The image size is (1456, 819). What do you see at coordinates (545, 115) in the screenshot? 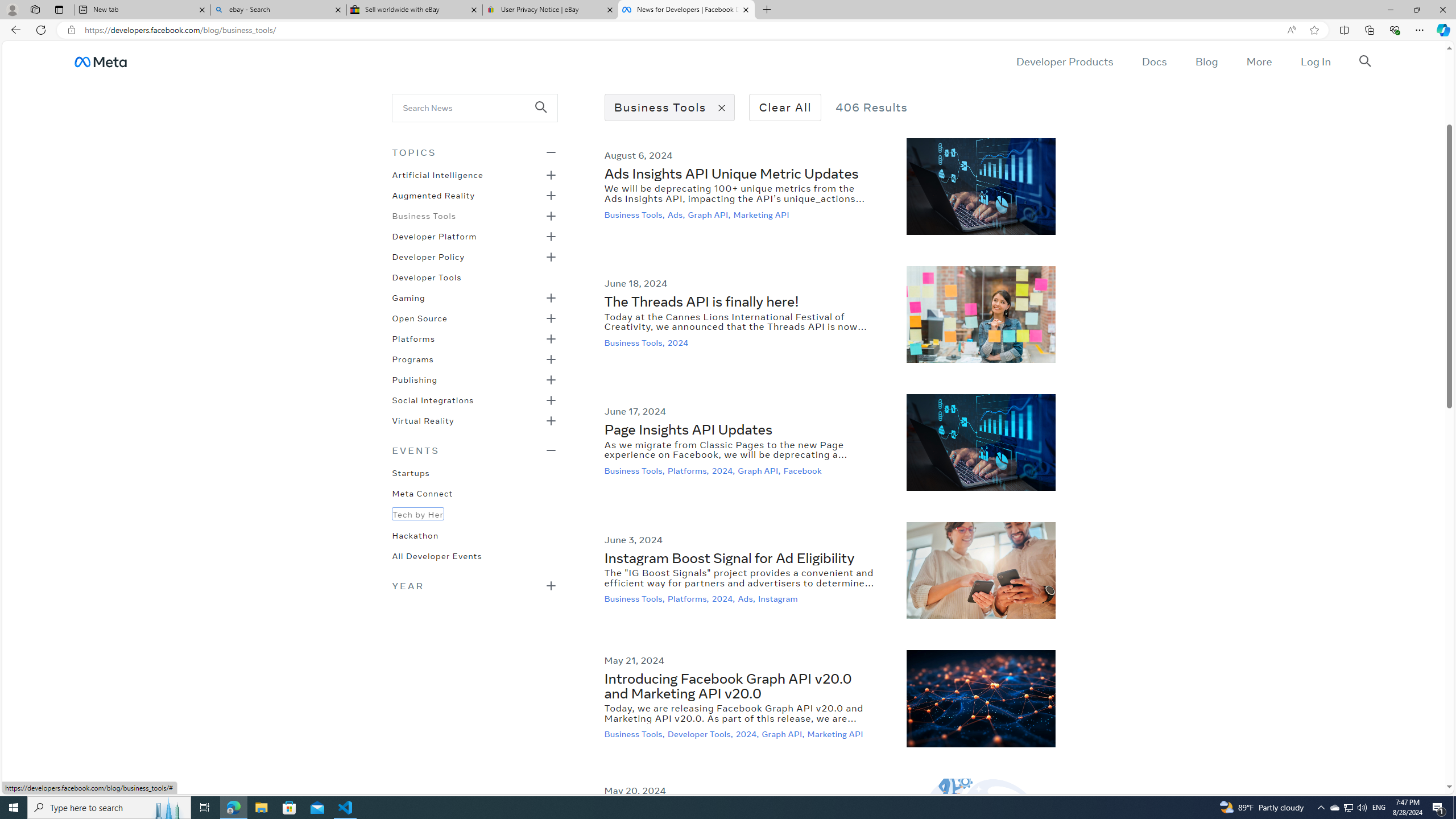
I see `'Class: _98ce'` at bounding box center [545, 115].